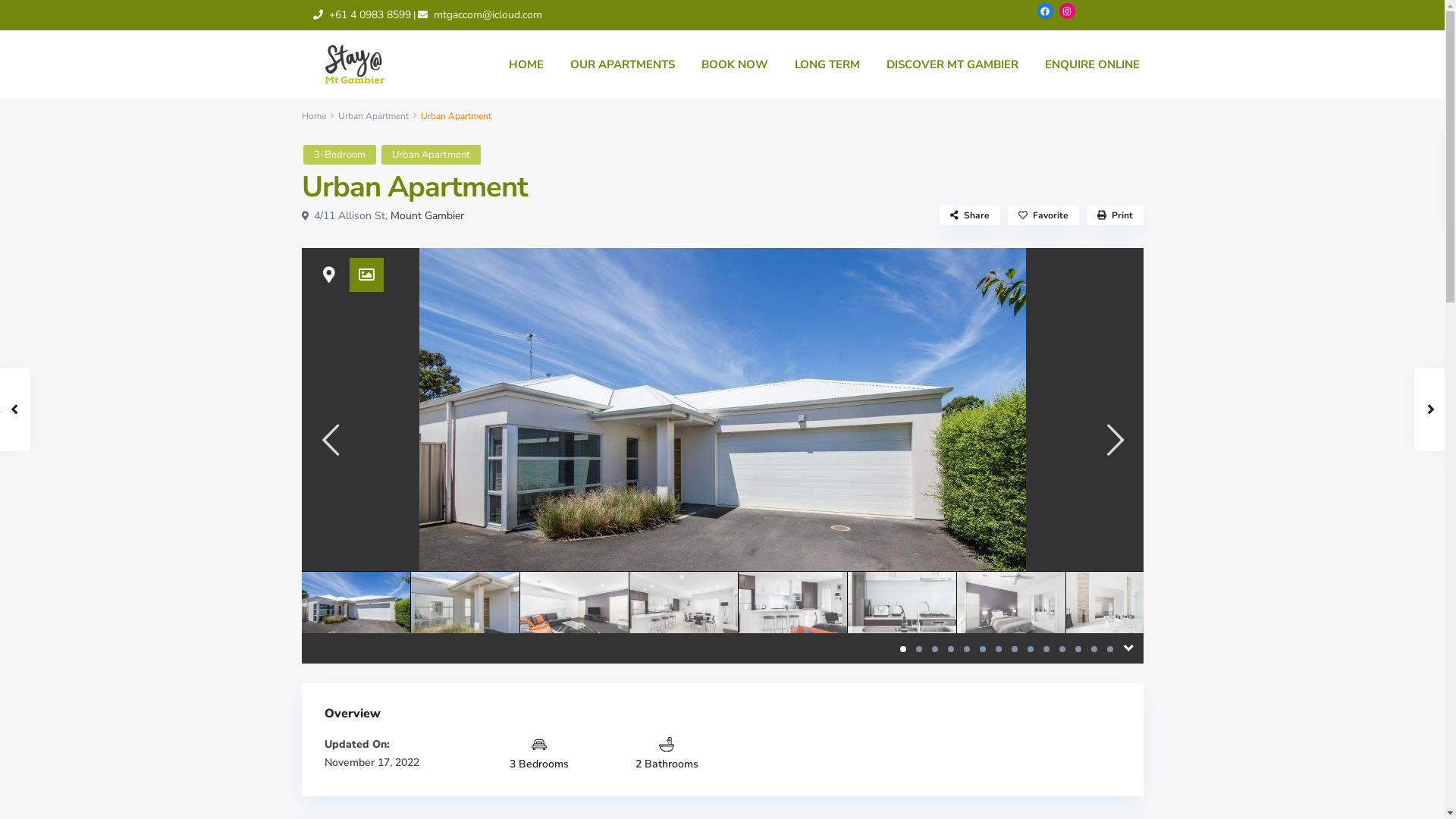  What do you see at coordinates (373, 115) in the screenshot?
I see `'Urban Apartment'` at bounding box center [373, 115].